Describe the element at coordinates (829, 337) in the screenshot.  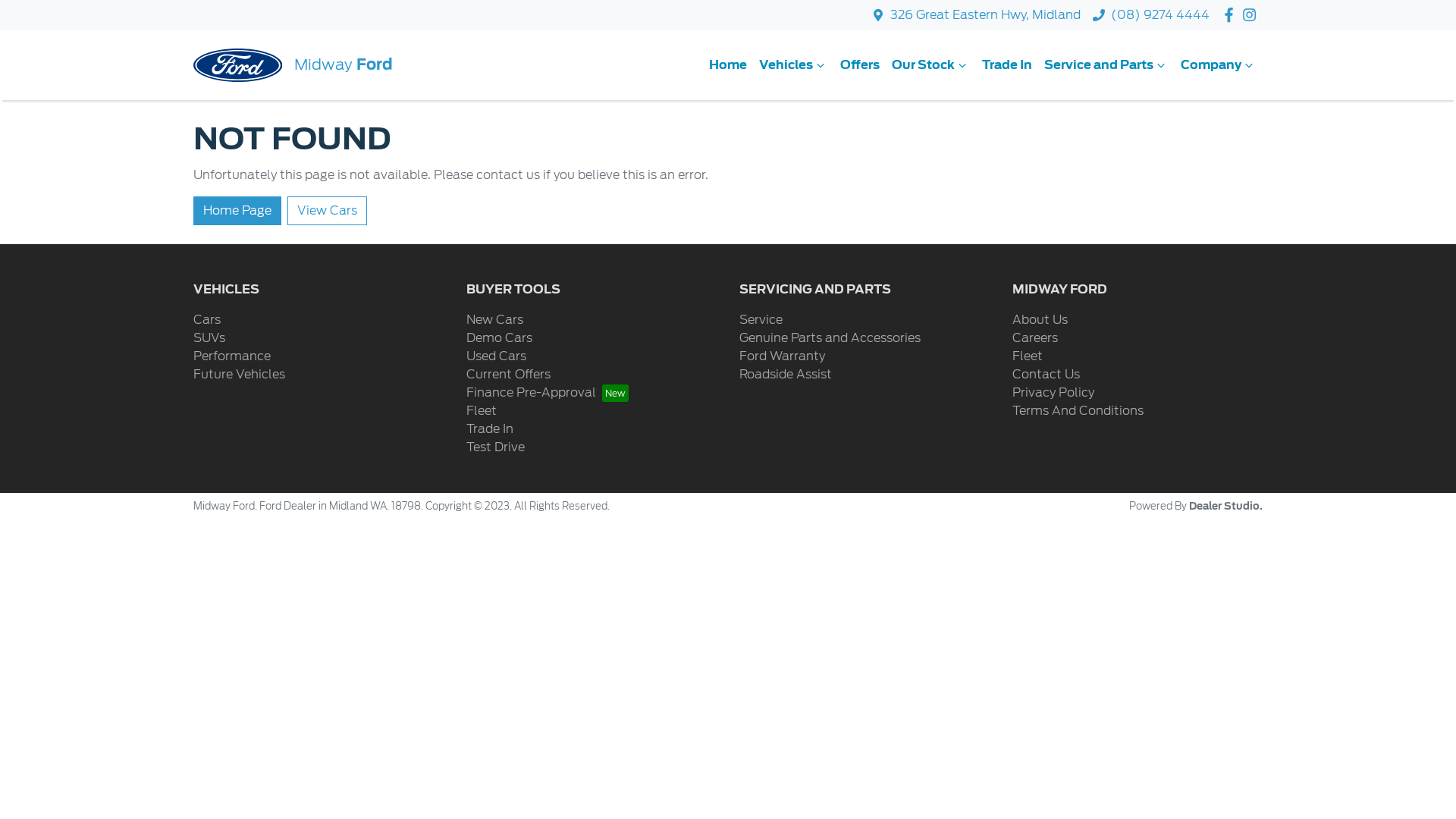
I see `'Genuine Parts and Accessories'` at that location.